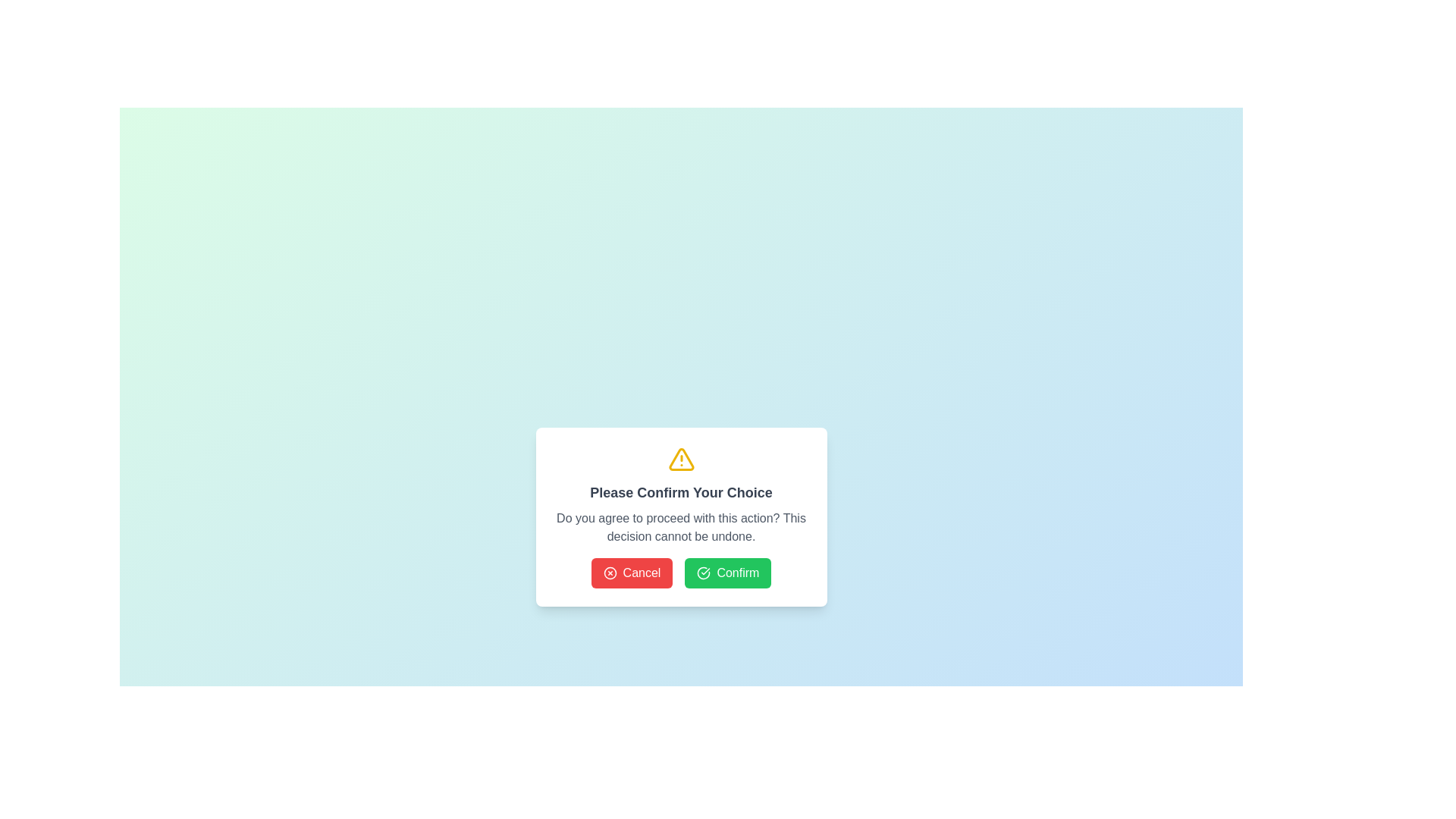 This screenshot has height=819, width=1456. What do you see at coordinates (728, 573) in the screenshot?
I see `the confirmation button located to the right of the red 'Cancel' button at the bottom of the modal to confirm the action` at bounding box center [728, 573].